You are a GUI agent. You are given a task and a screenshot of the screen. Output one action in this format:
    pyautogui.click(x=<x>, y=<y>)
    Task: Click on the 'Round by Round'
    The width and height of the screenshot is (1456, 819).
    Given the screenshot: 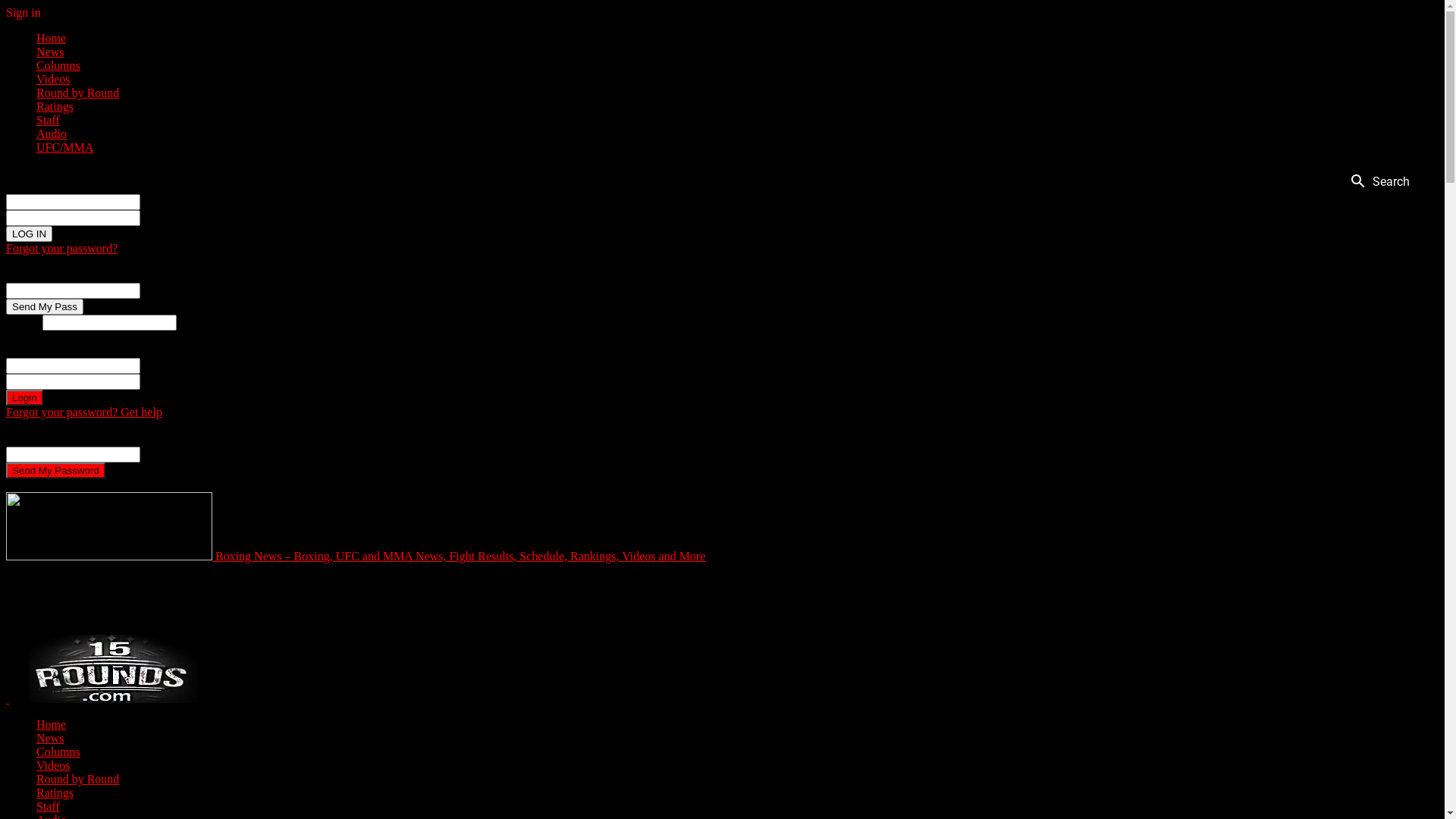 What is the action you would take?
    pyautogui.click(x=77, y=779)
    